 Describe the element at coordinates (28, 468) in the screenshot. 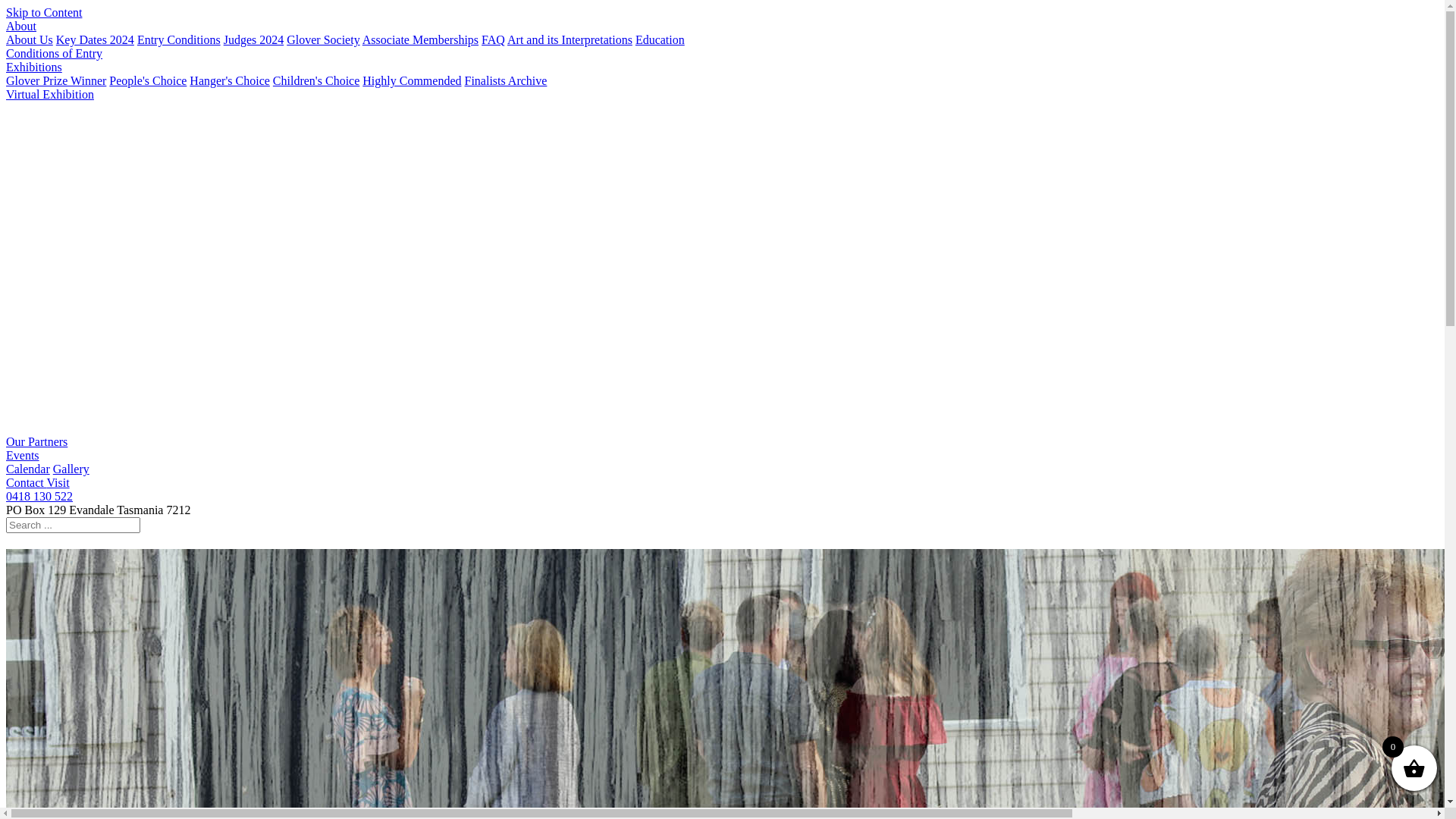

I see `'Calendar'` at that location.